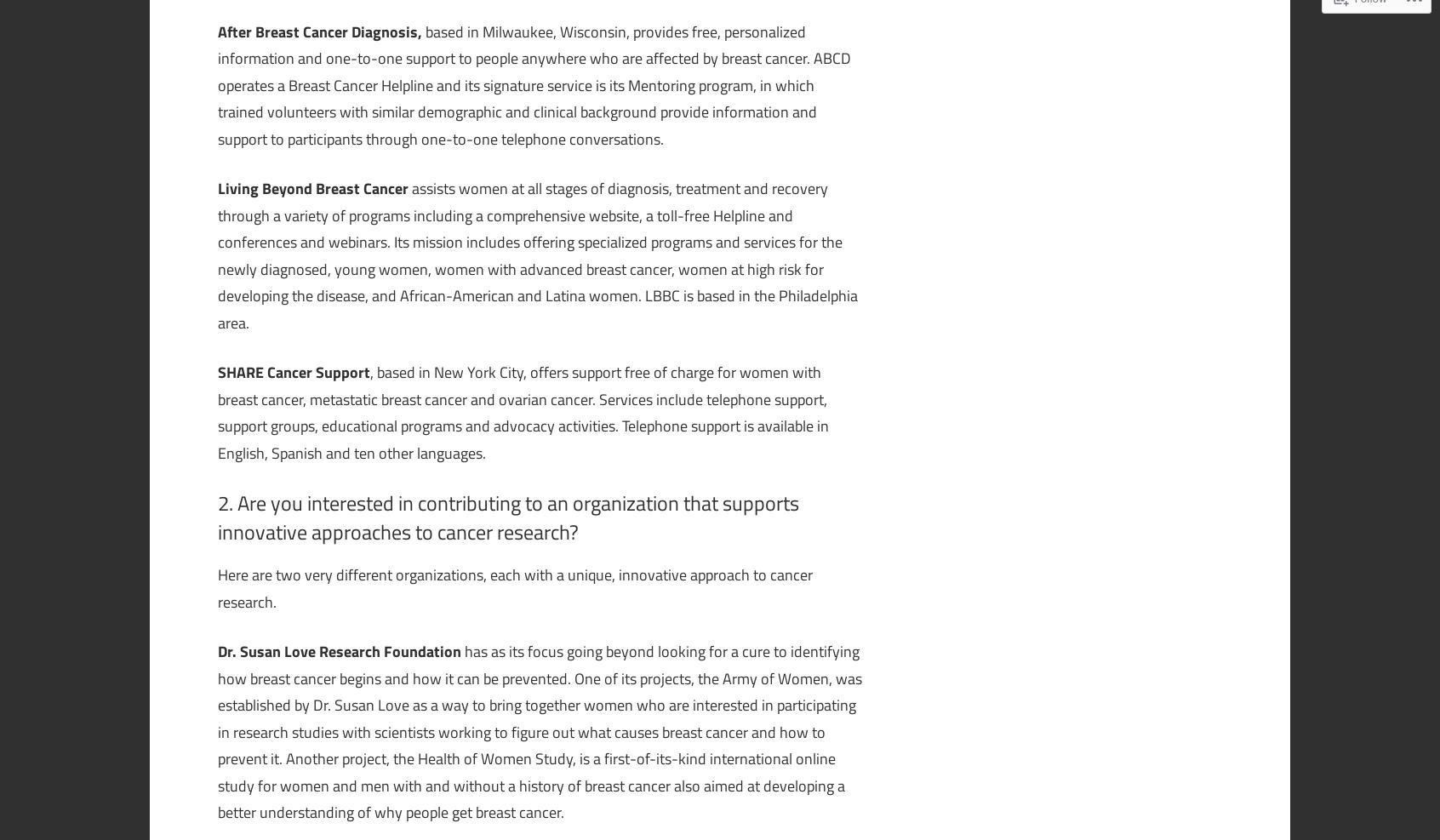 The width and height of the screenshot is (1440, 840). Describe the element at coordinates (514, 587) in the screenshot. I see `'Here are two very different organizations, each with a unique, innovative approach to cancer research.'` at that location.